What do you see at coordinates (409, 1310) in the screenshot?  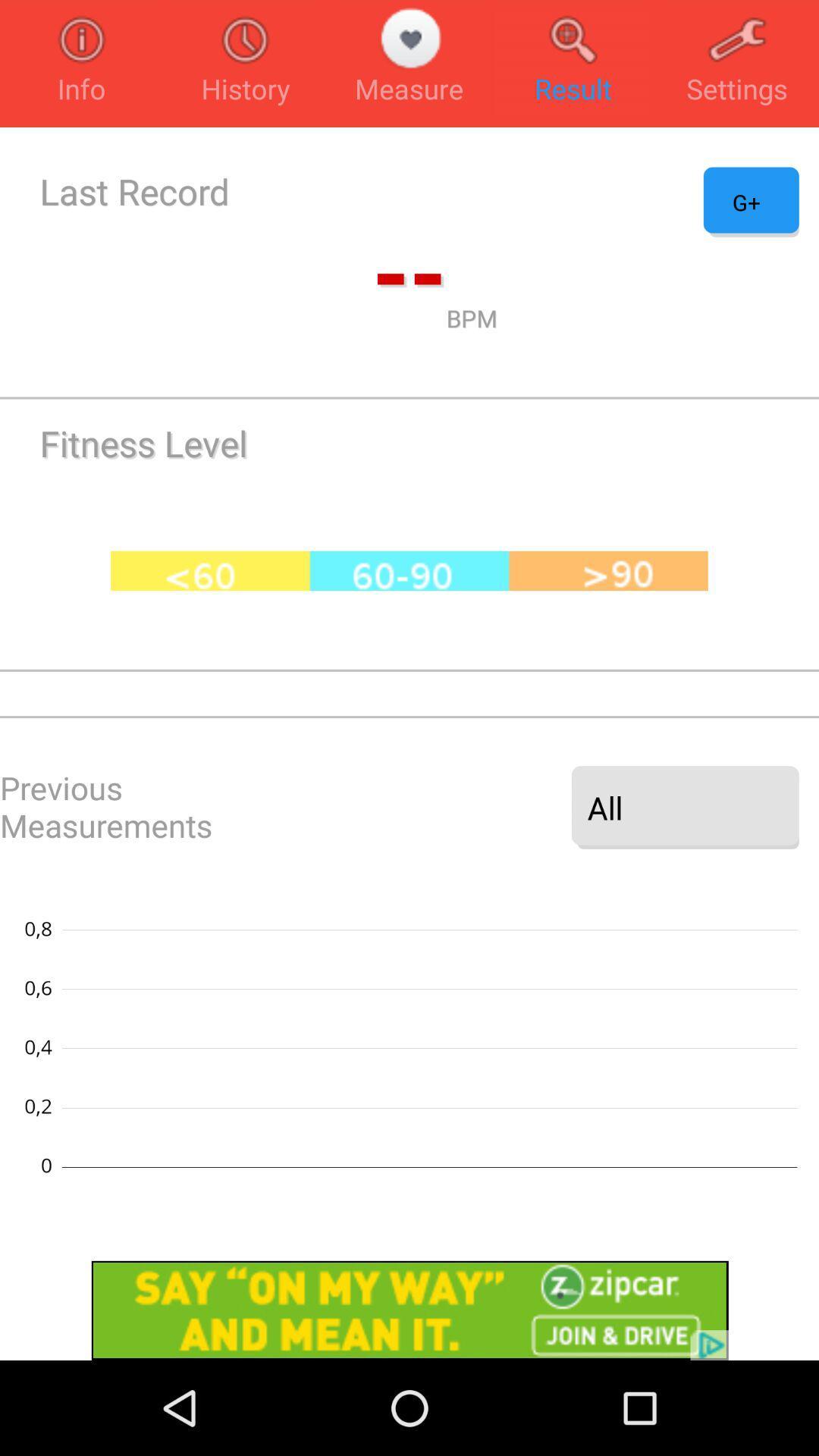 I see `advertisement` at bounding box center [409, 1310].